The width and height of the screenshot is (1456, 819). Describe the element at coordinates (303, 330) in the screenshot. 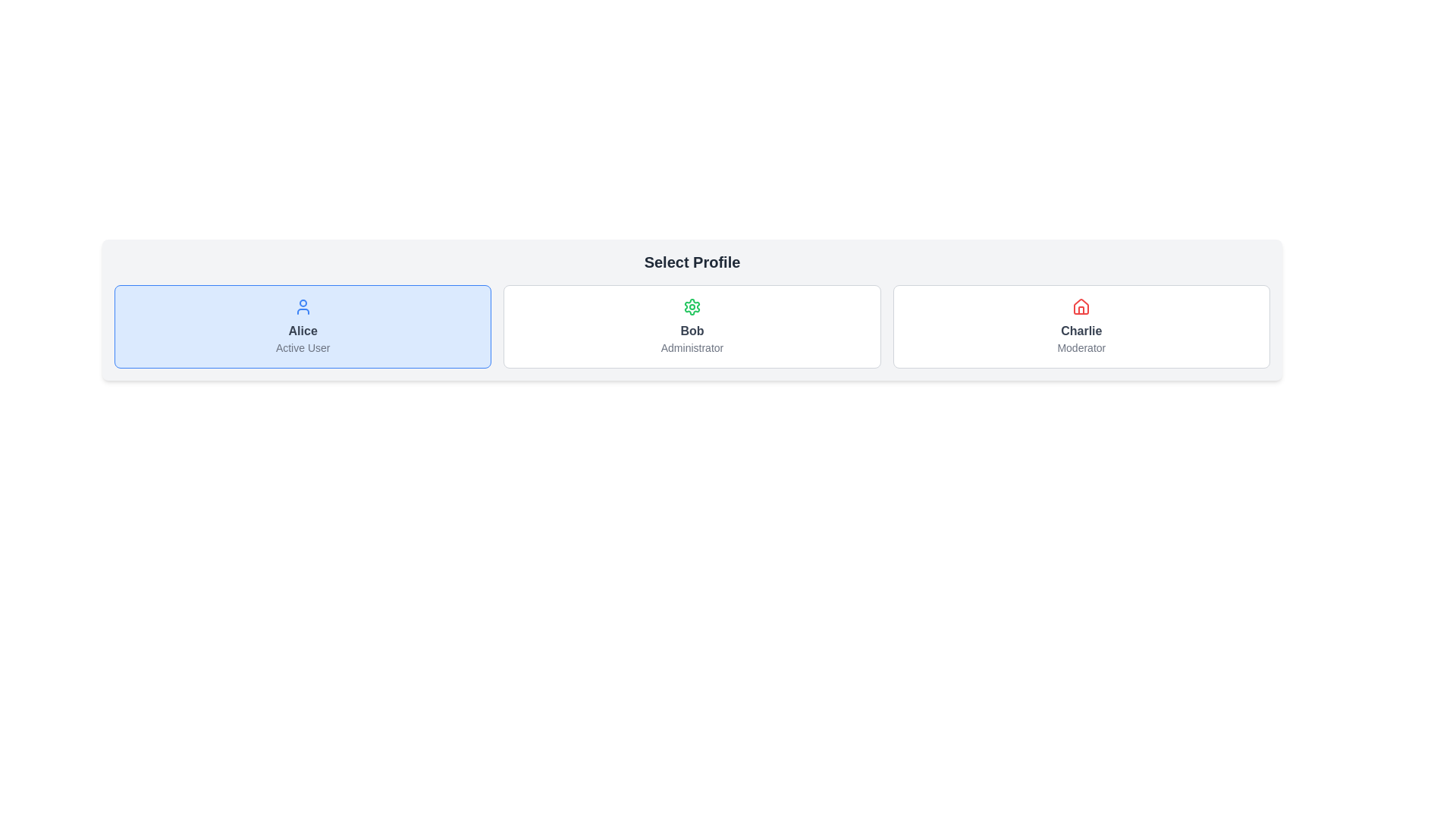

I see `the text label displaying 'Alice' in bold gray font, located centrally within the first profile card, positioned above 'Active User'` at that location.